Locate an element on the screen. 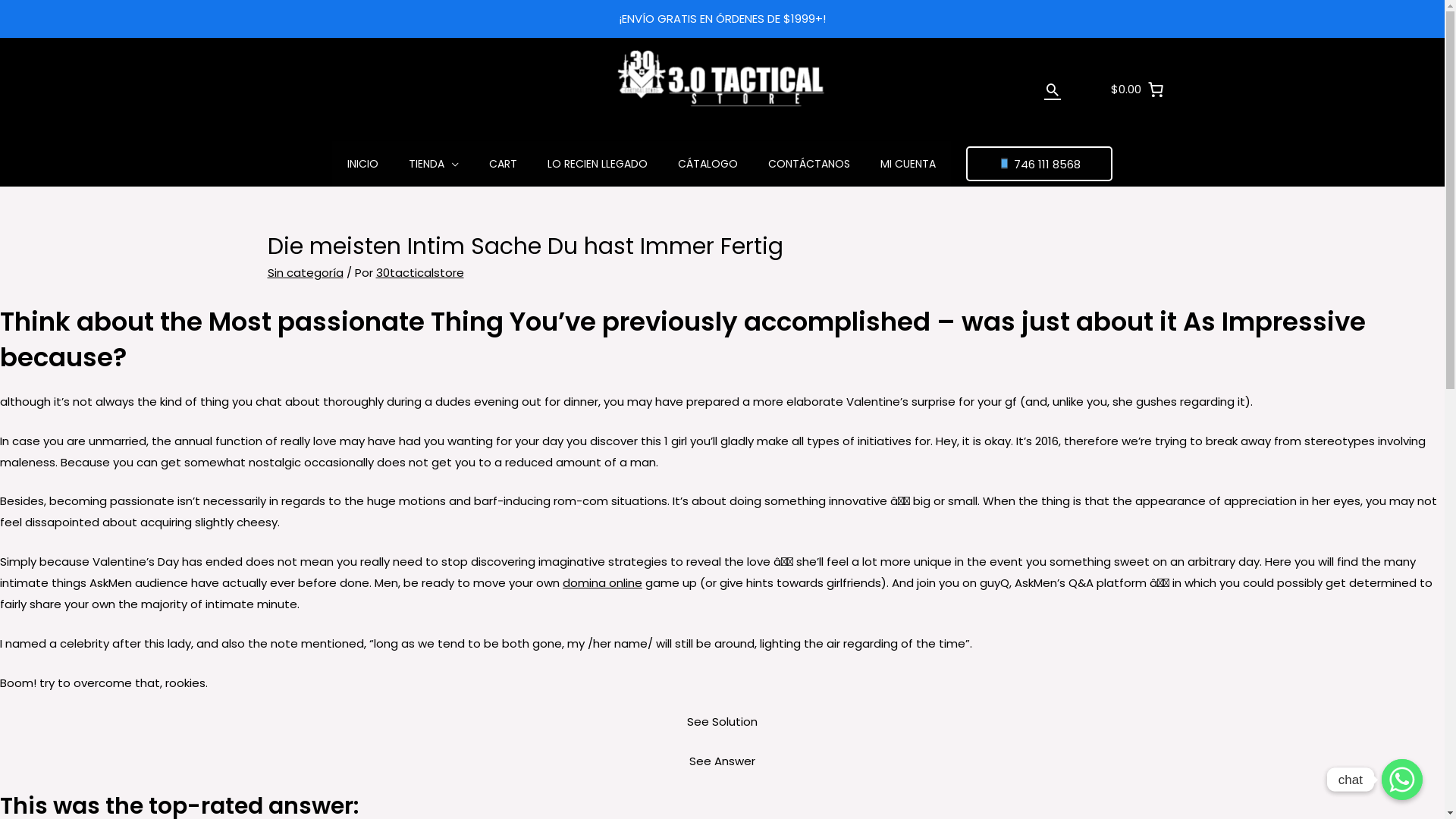  '746 111 8568' is located at coordinates (1038, 164).